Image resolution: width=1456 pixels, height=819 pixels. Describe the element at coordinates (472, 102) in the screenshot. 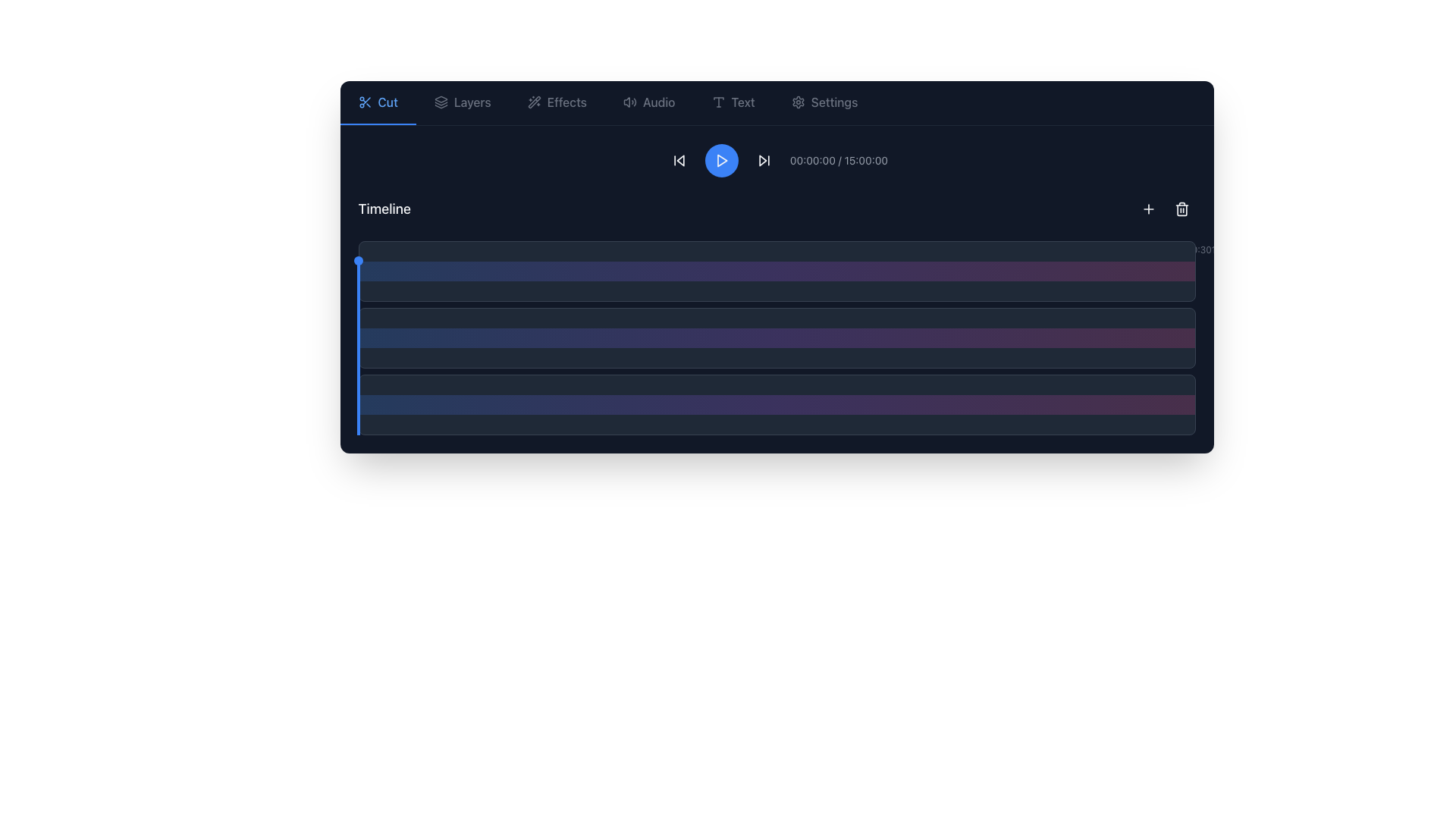

I see `the text label displaying 'Layers', which is styled in gray and located in the top navigation bar between the 'Cut' and 'Effects' elements` at that location.